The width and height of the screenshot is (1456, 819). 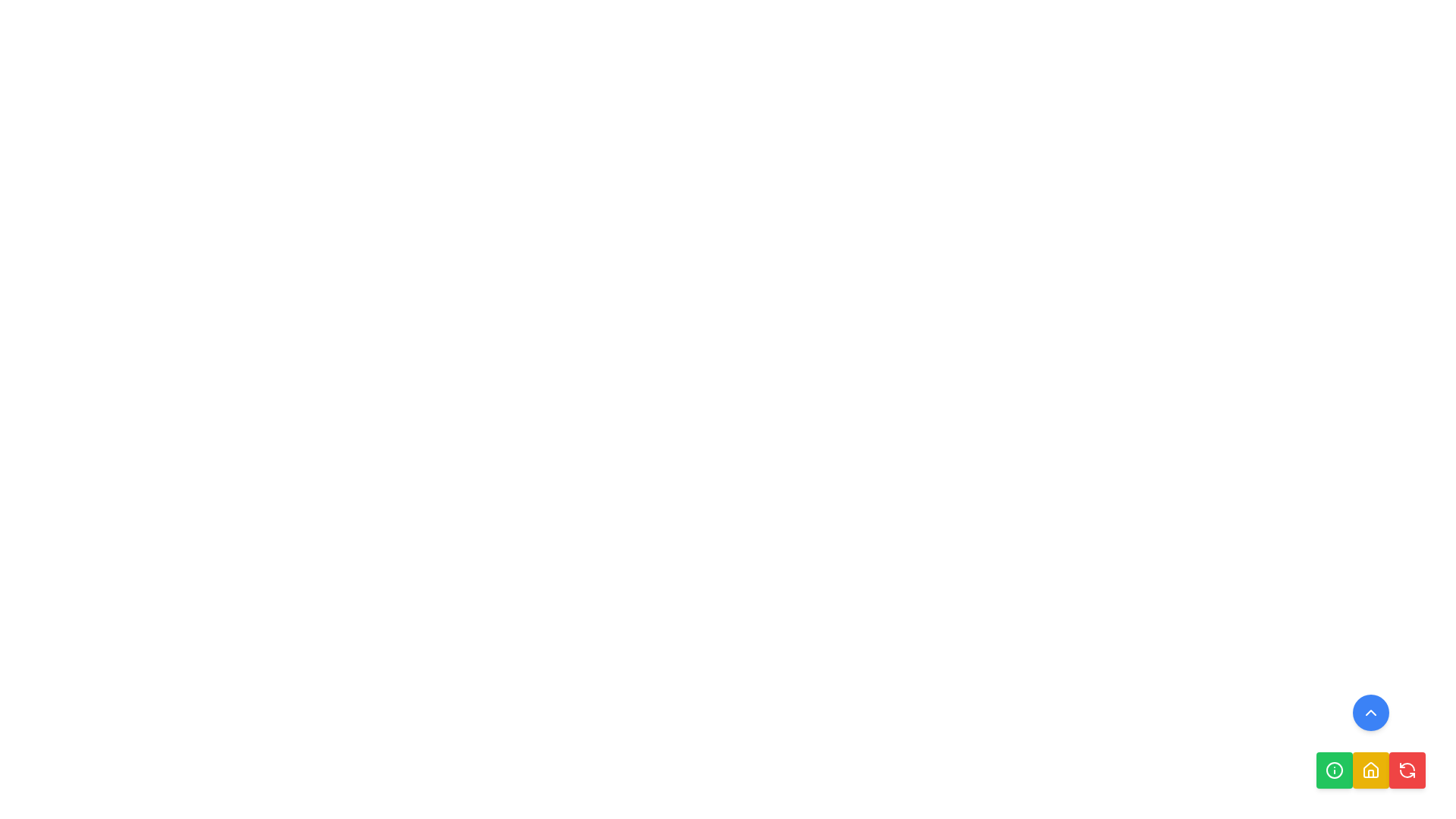 I want to click on the house-shaped icon button with a yellow background and white outline located in the bottom-right corner of the interface, so click(x=1371, y=770).